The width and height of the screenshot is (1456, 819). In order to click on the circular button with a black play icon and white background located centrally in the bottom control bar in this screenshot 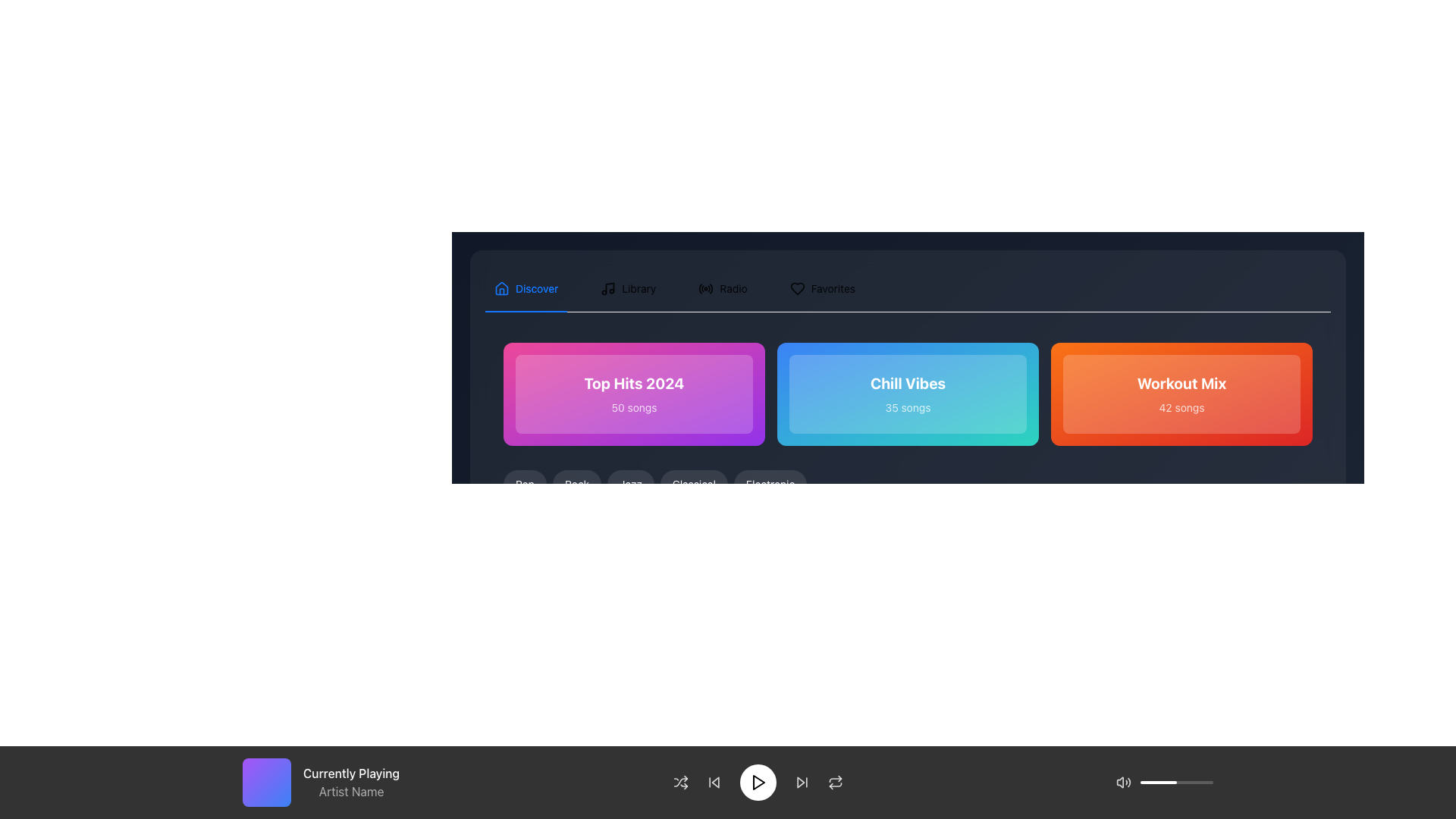, I will do `click(758, 783)`.